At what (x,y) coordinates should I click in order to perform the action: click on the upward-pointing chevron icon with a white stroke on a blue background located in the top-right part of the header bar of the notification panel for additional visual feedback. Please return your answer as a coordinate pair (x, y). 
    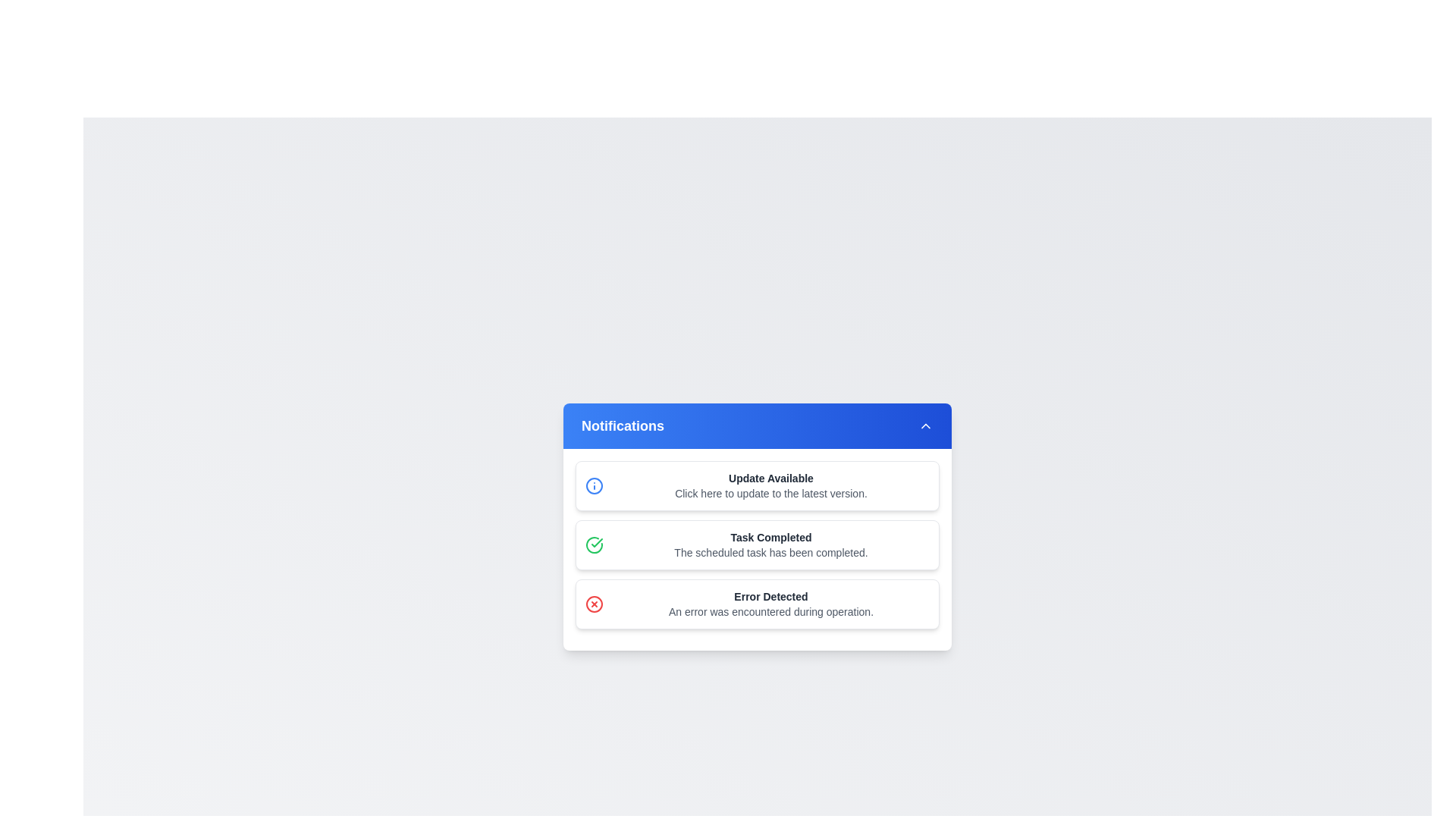
    Looking at the image, I should click on (924, 426).